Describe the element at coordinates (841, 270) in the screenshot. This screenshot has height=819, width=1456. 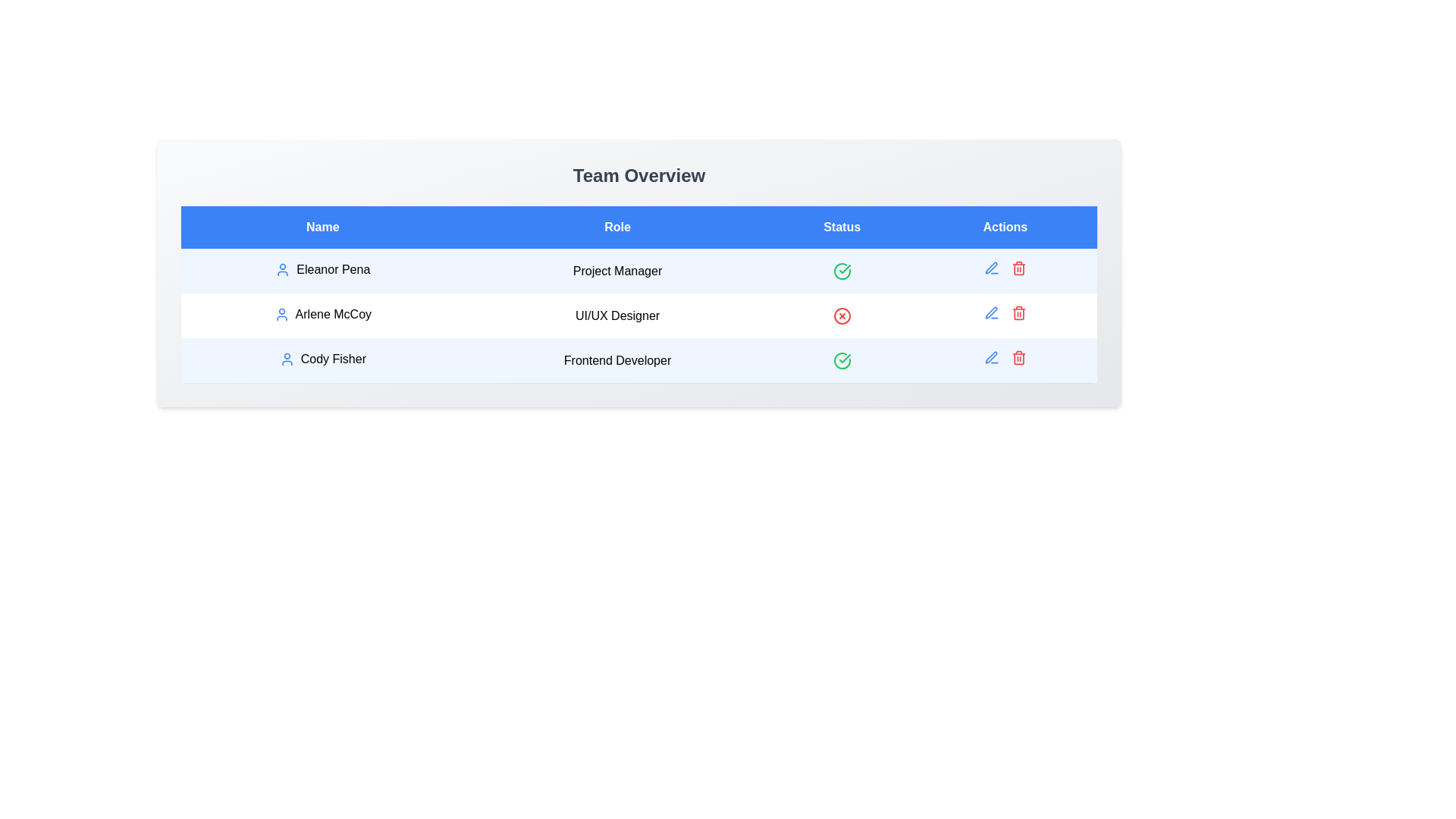
I see `the status indicator icon for Eleanor Pena, the Project Manager, located in the 'Status' column of the first row in the 'Team Overview' table` at that location.